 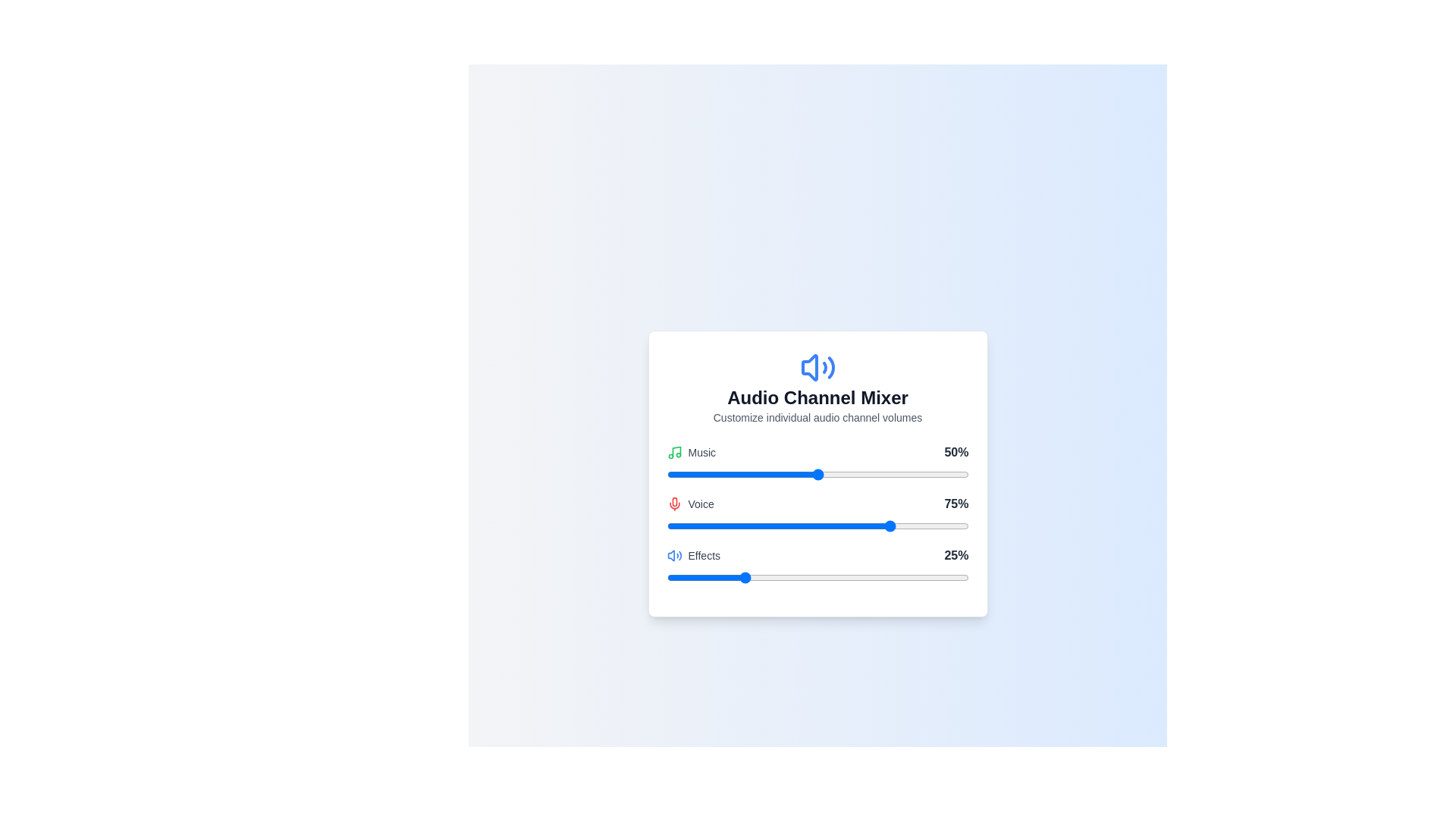 What do you see at coordinates (887, 473) in the screenshot?
I see `music volume` at bounding box center [887, 473].